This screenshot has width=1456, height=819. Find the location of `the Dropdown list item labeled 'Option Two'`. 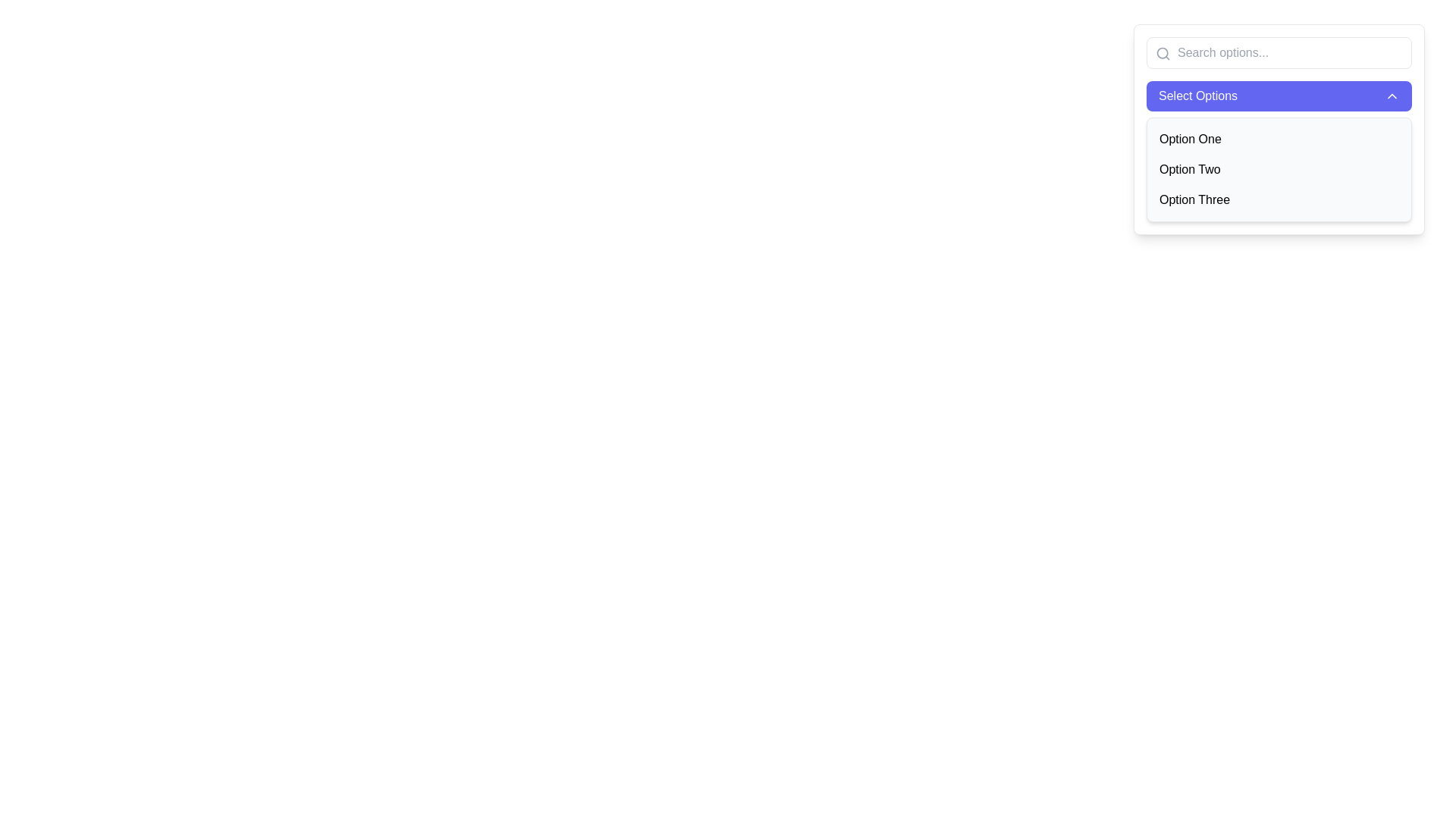

the Dropdown list item labeled 'Option Two' is located at coordinates (1278, 169).